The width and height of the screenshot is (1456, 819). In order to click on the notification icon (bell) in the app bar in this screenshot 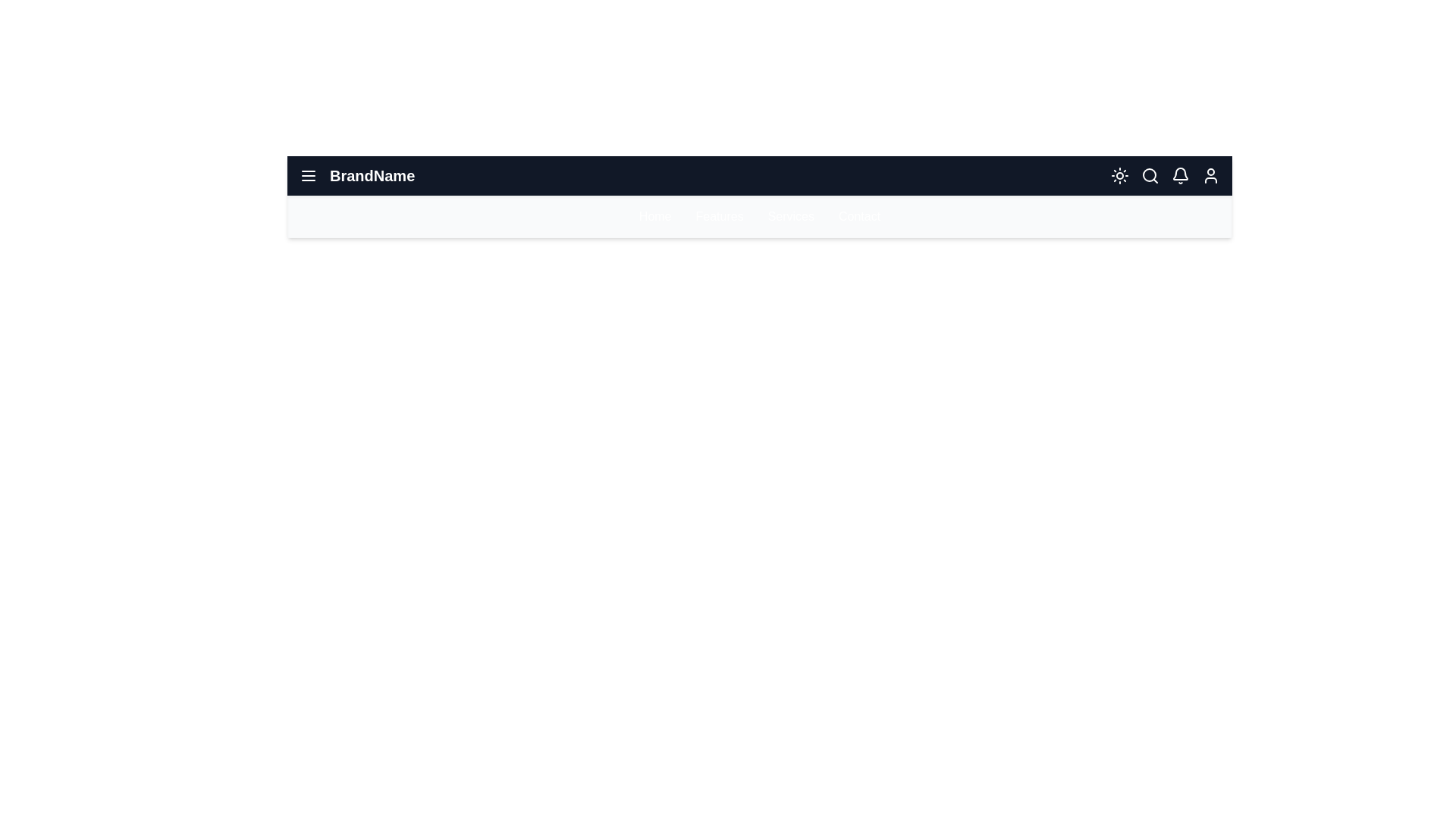, I will do `click(1179, 174)`.